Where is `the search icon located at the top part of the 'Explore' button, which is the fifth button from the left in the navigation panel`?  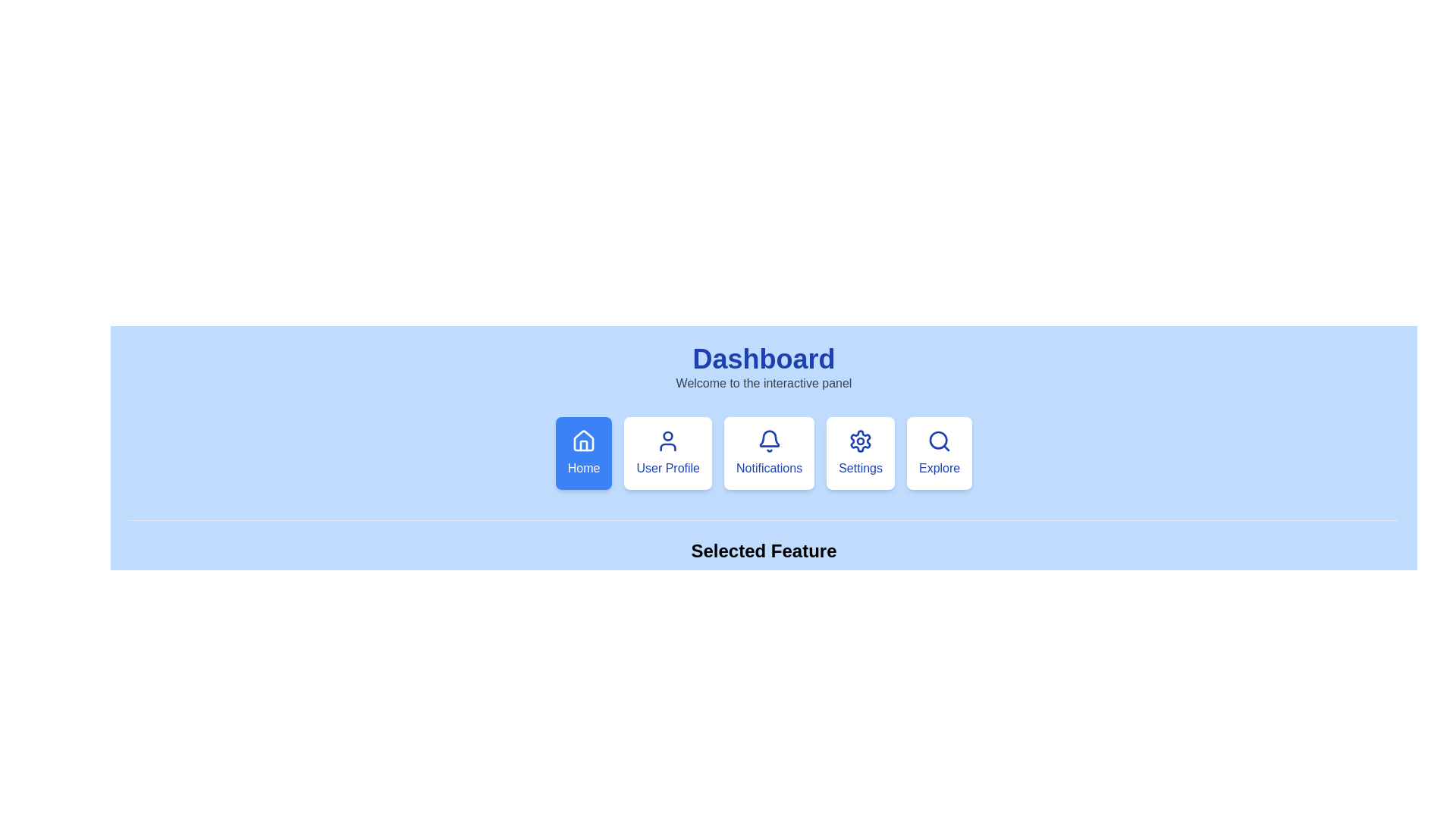
the search icon located at the top part of the 'Explore' button, which is the fifth button from the left in the navigation panel is located at coordinates (939, 441).